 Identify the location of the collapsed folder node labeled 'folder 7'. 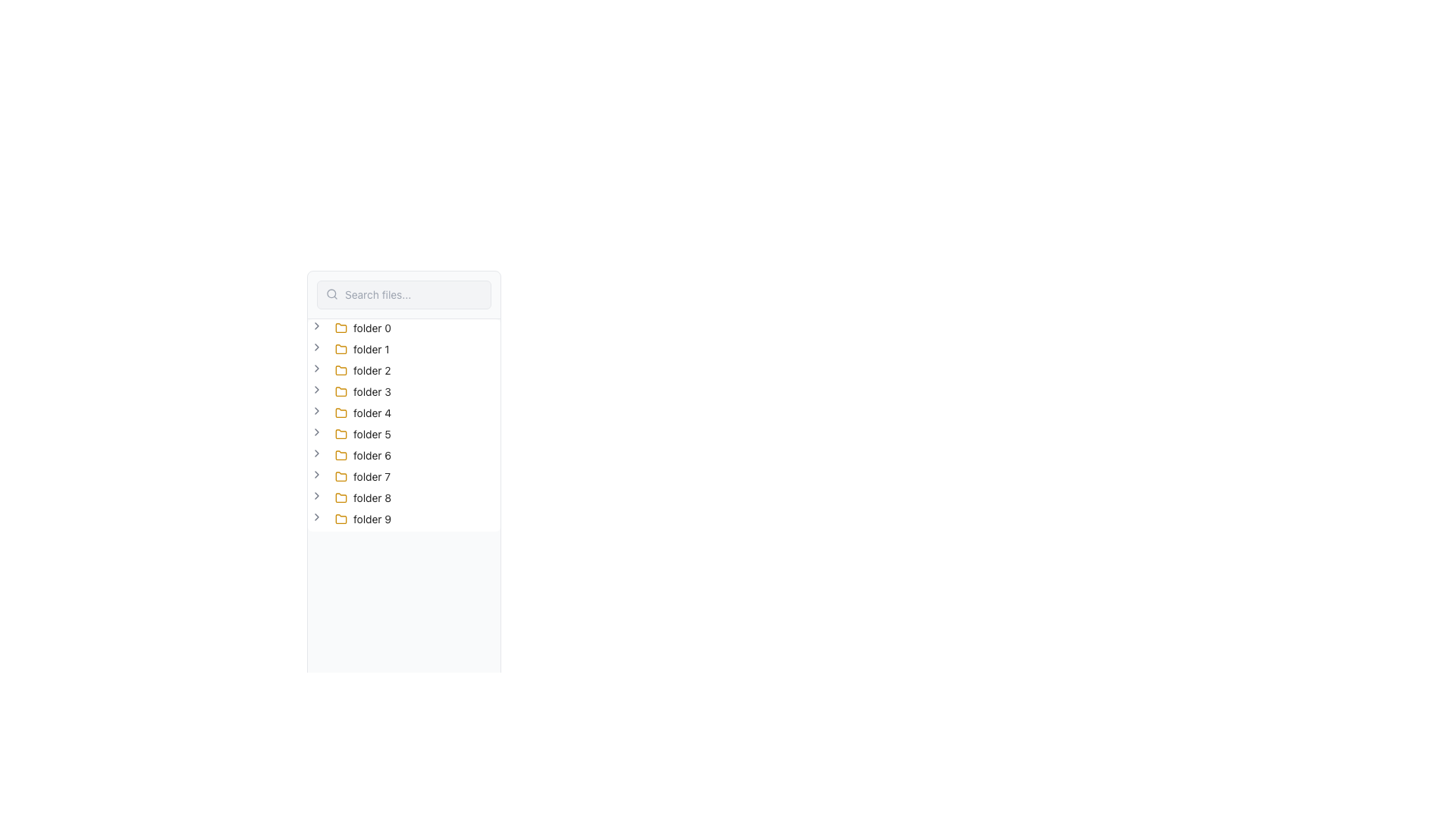
(362, 475).